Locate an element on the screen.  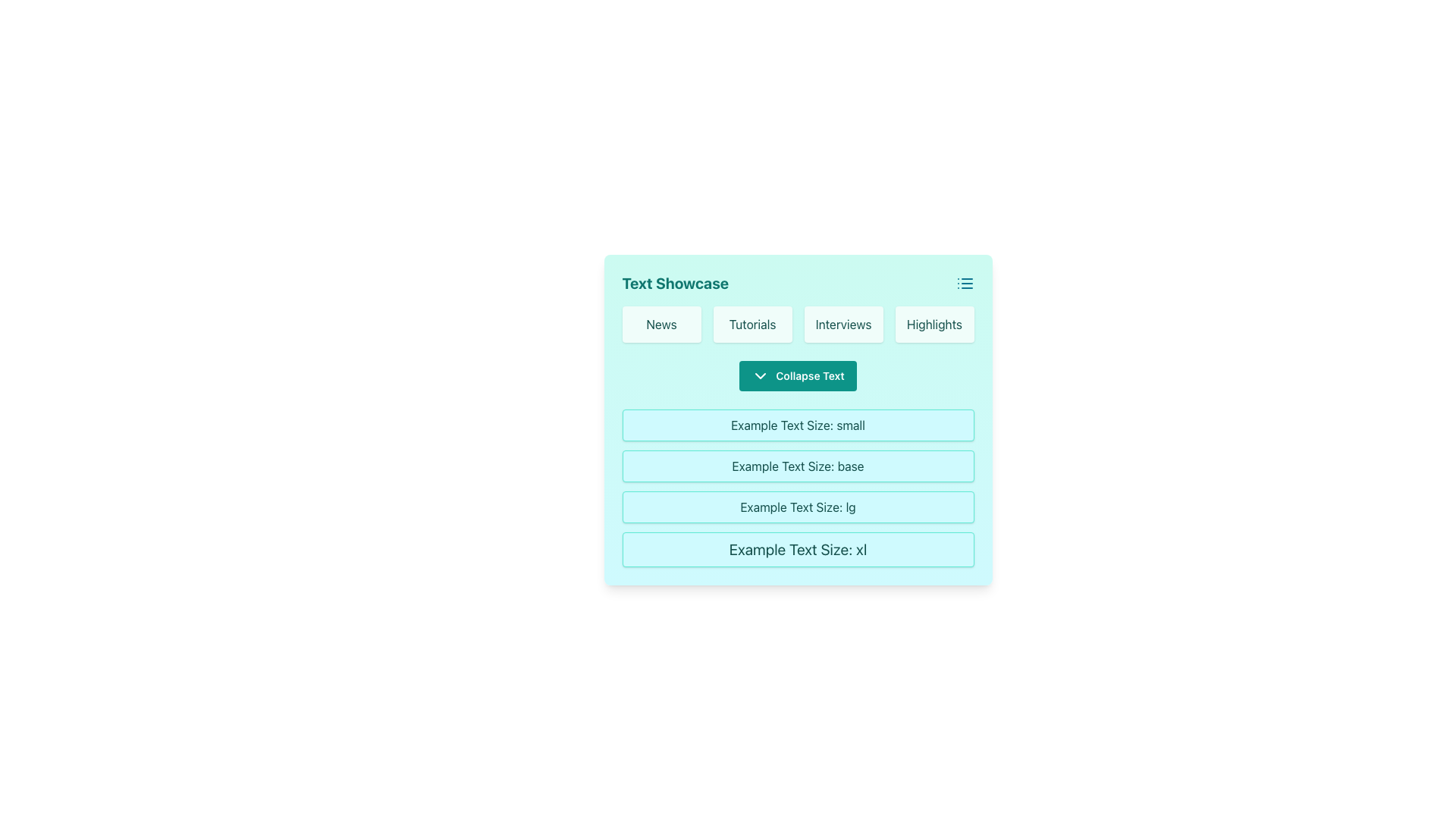
the fourth Text Display Component that shows text information with size 'xl', located at the bottom of a vertical stack of similar components is located at coordinates (797, 550).